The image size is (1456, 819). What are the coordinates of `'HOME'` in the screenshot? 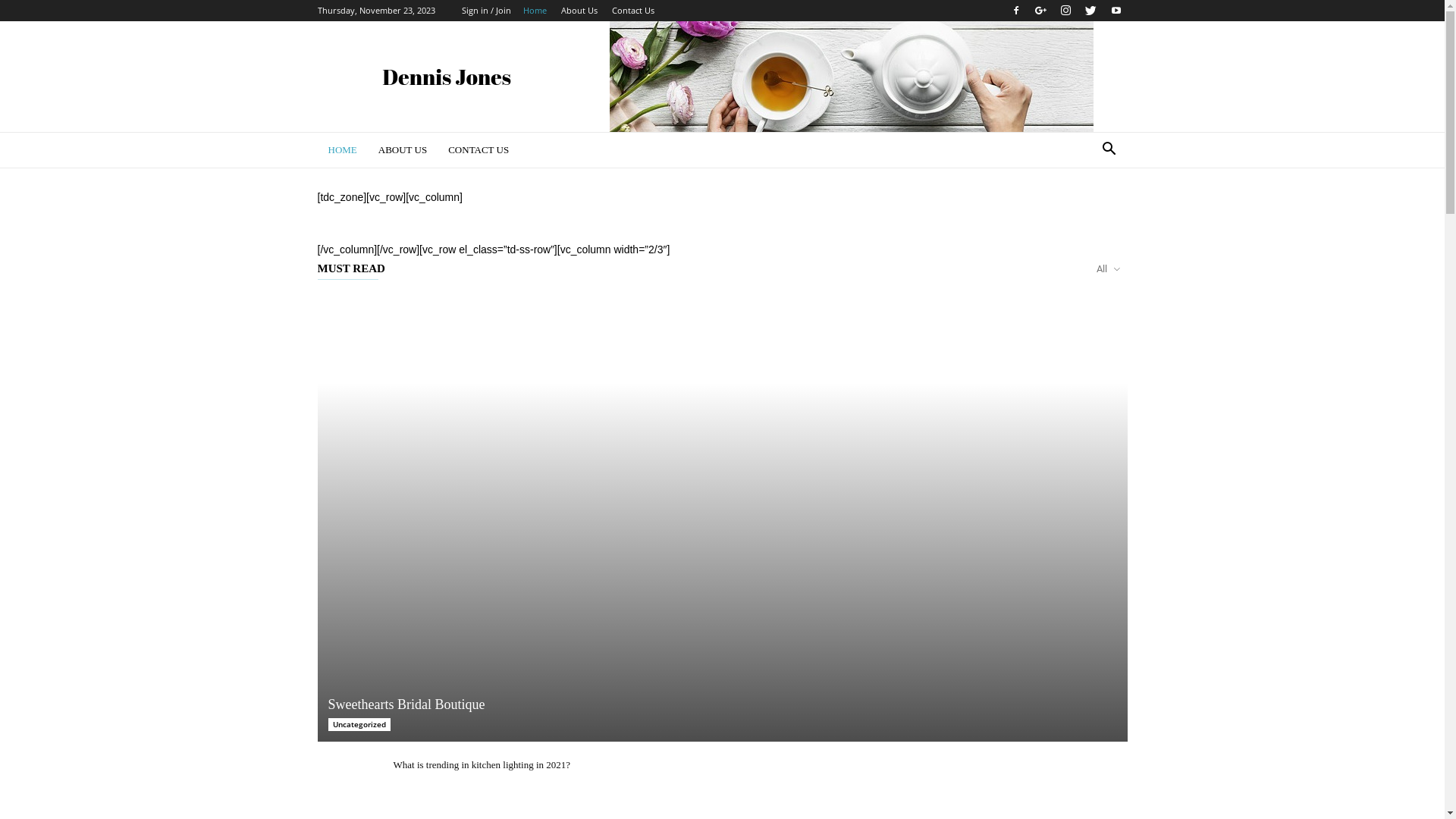 It's located at (341, 149).